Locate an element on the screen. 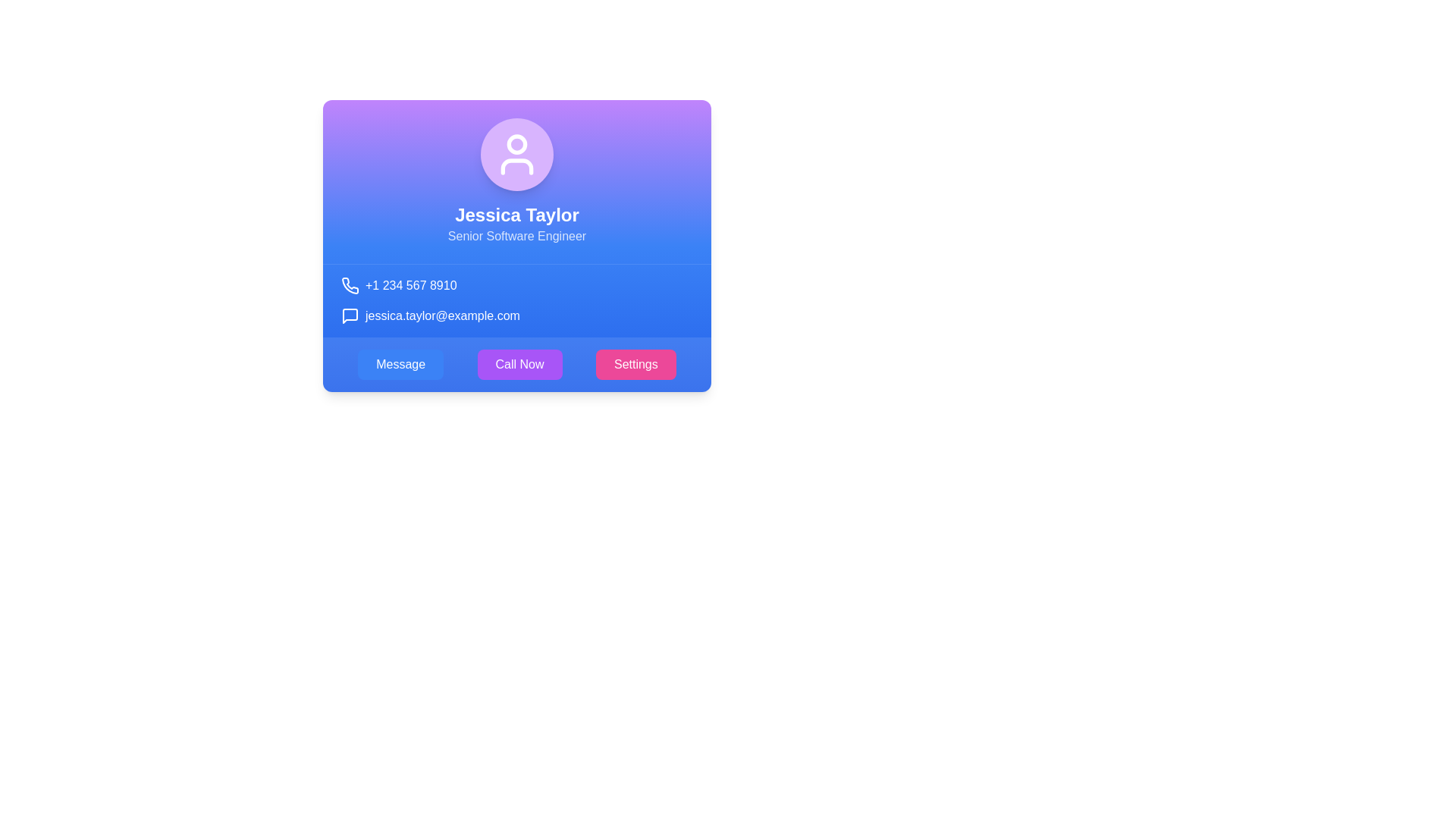  the text label displaying 'Senior Software Engineer' located below 'Jessica Taylor' within the card interface is located at coordinates (516, 237).